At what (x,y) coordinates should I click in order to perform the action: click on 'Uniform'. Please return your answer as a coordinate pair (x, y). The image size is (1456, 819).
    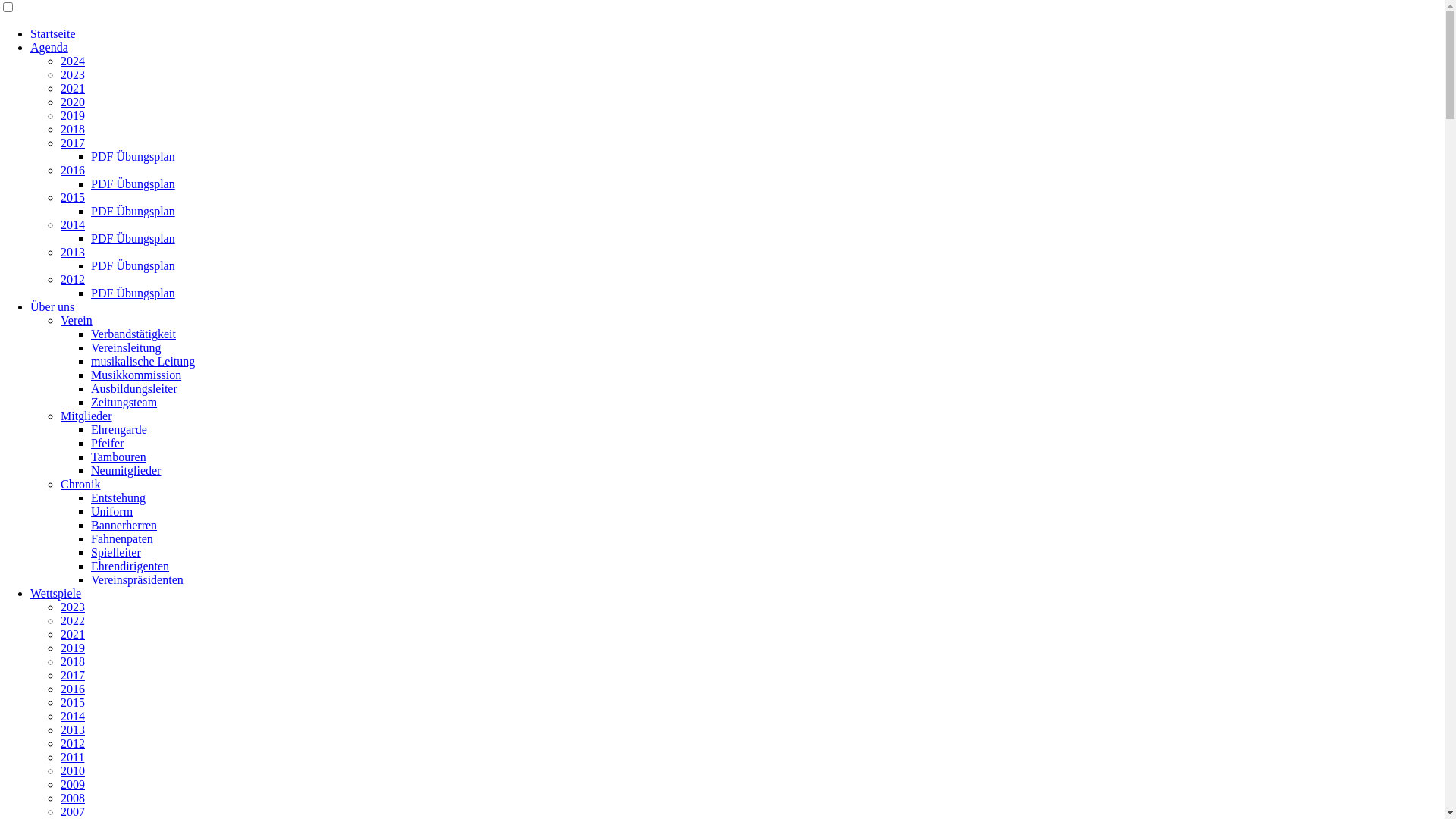
    Looking at the image, I should click on (90, 511).